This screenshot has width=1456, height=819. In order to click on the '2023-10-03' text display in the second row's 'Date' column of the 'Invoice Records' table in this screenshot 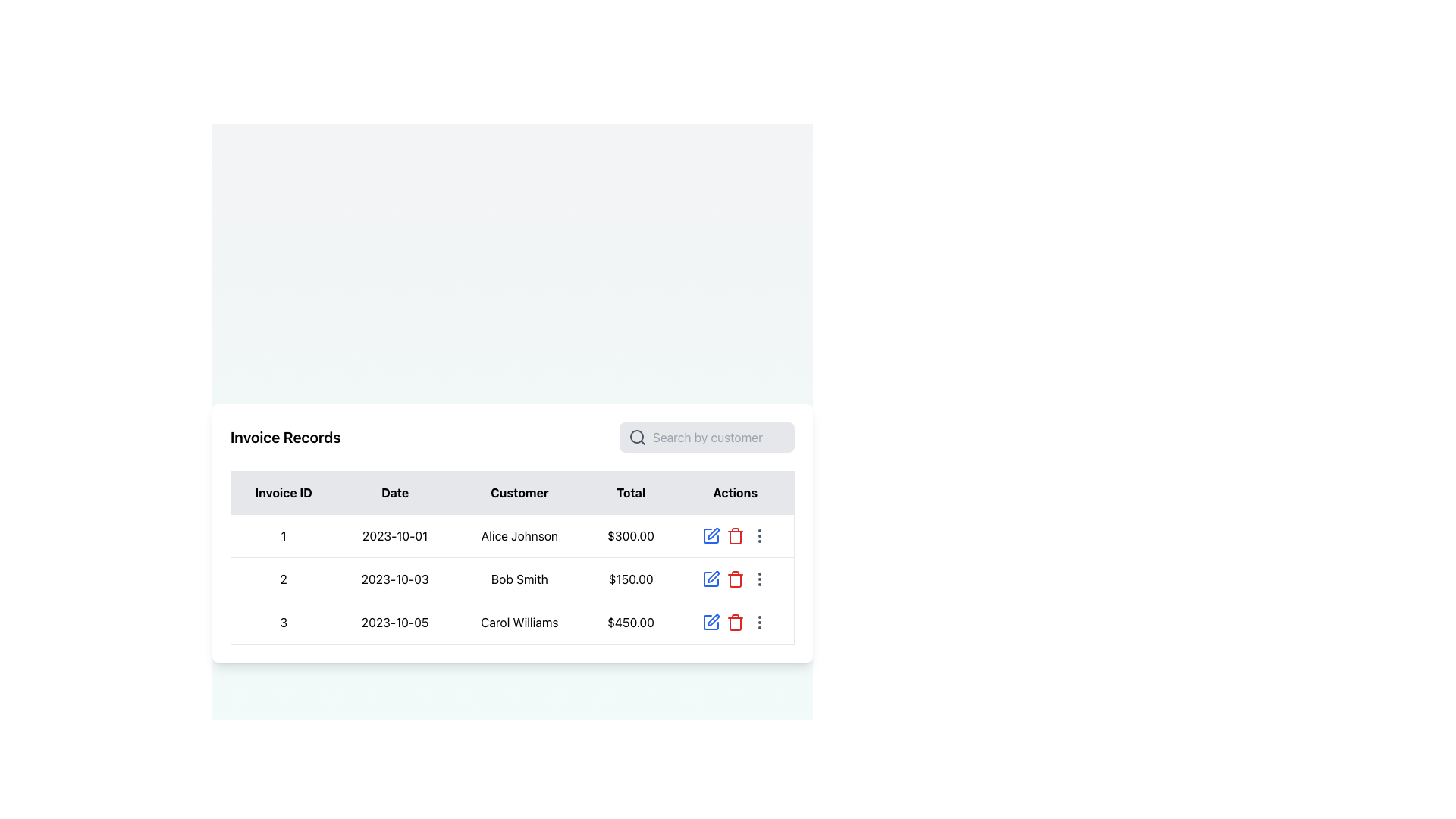, I will do `click(395, 579)`.